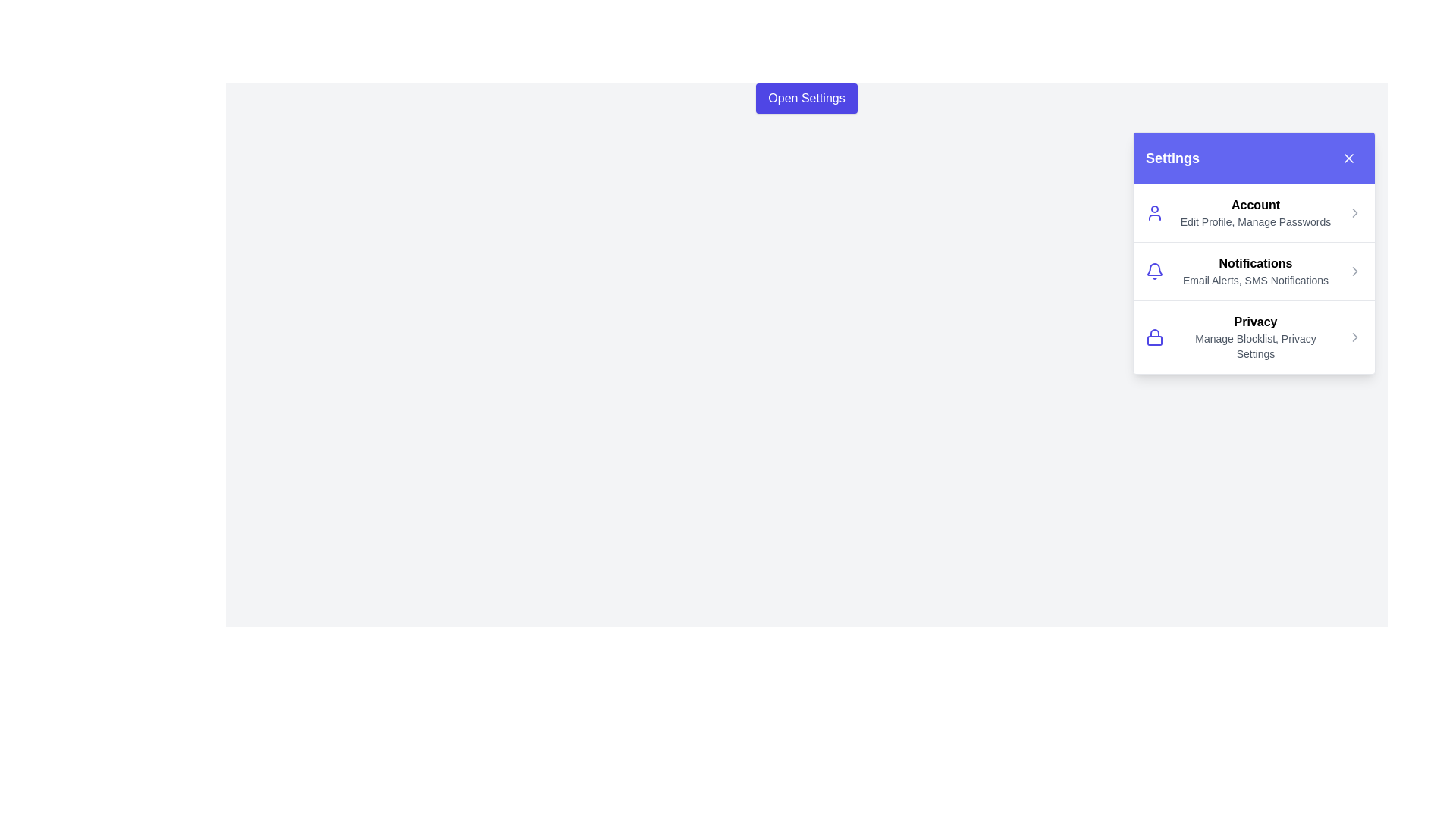 This screenshot has width=1456, height=819. I want to click on the small rightward-pointing arrow icon in light gray color, located to the far right of the 'Account' list item within the settings menu, so click(1354, 213).